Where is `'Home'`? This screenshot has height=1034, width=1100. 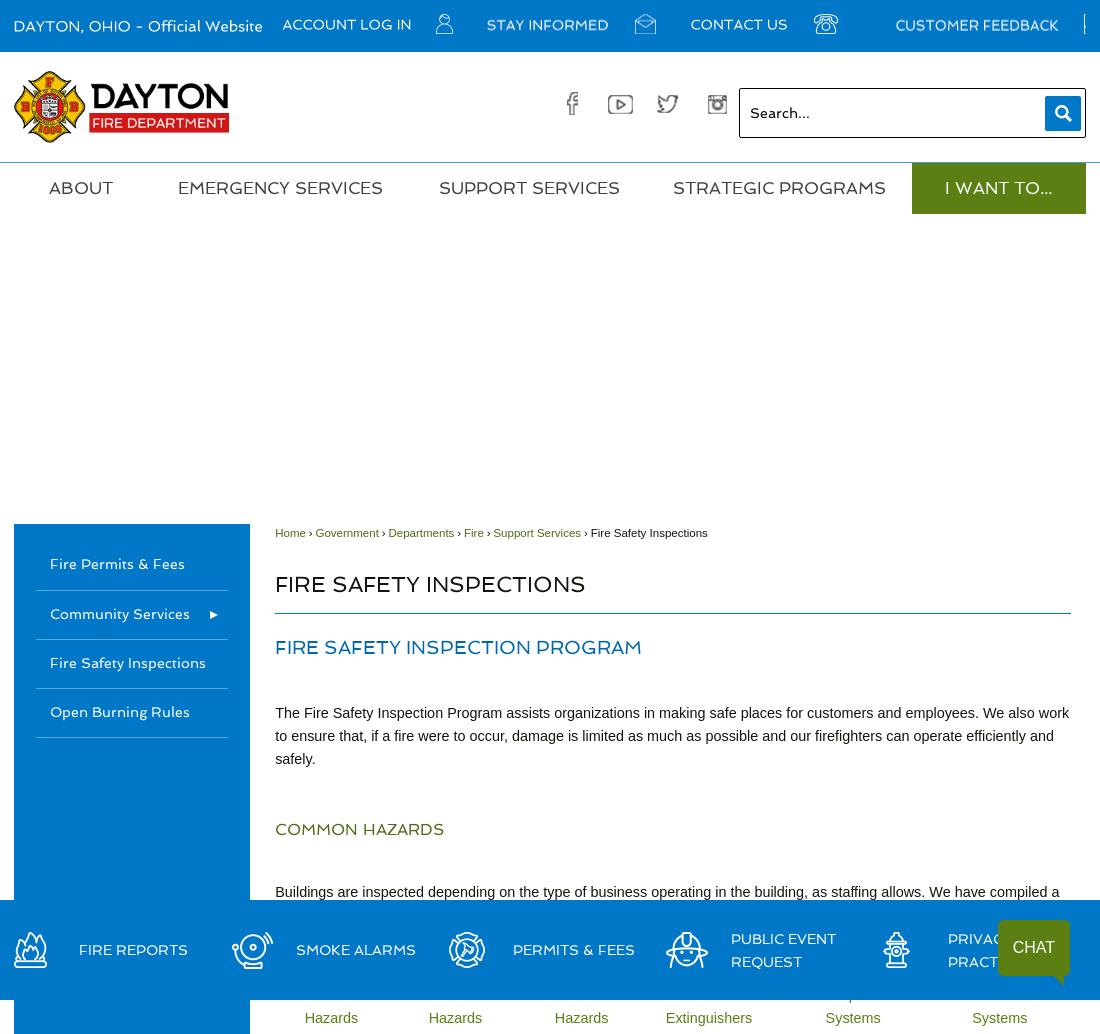
'Home' is located at coordinates (288, 531).